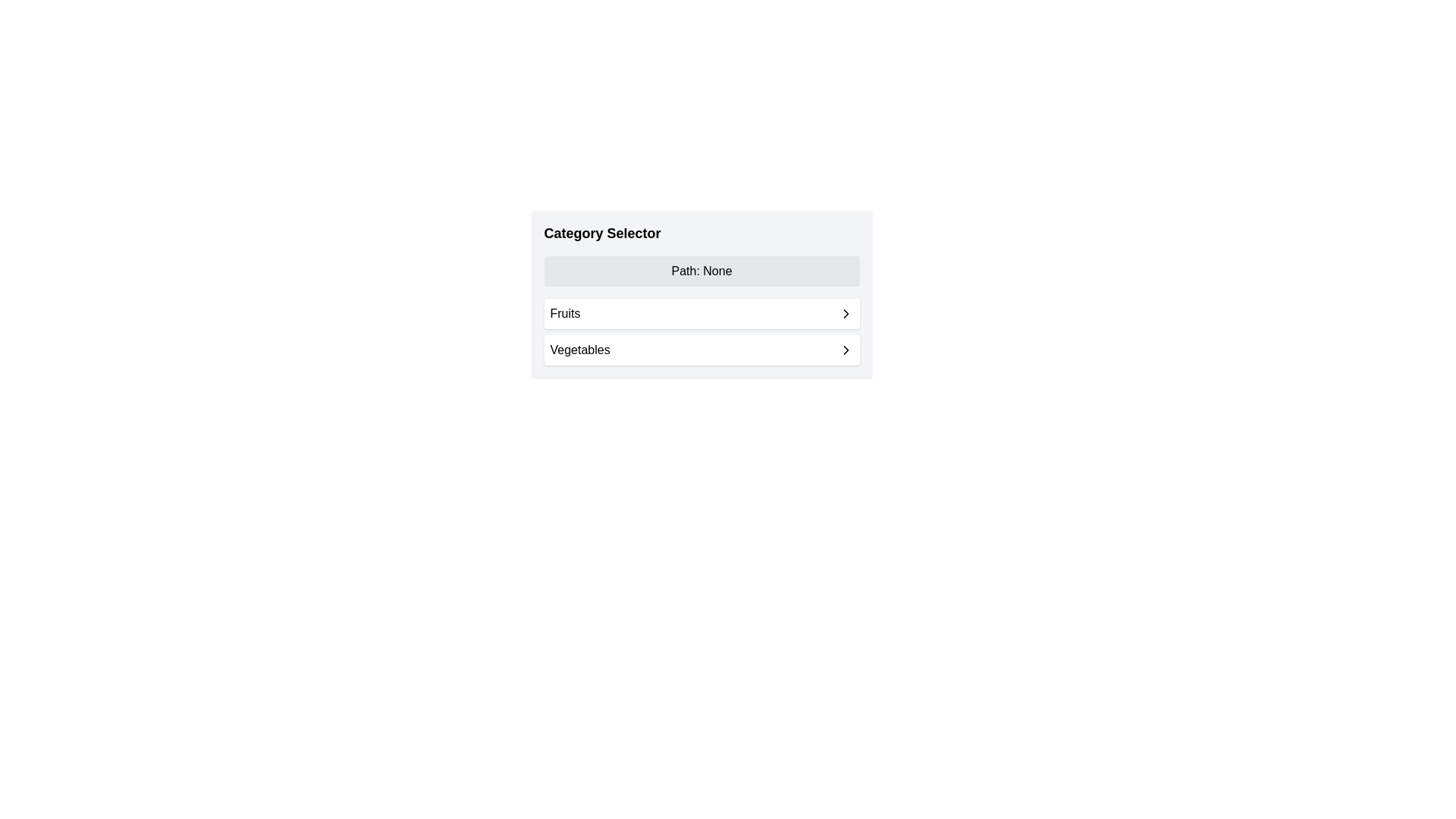  What do you see at coordinates (701, 350) in the screenshot?
I see `the 'Vegetables' button located under the 'Category Selector', which is the second button in the vertical list` at bounding box center [701, 350].